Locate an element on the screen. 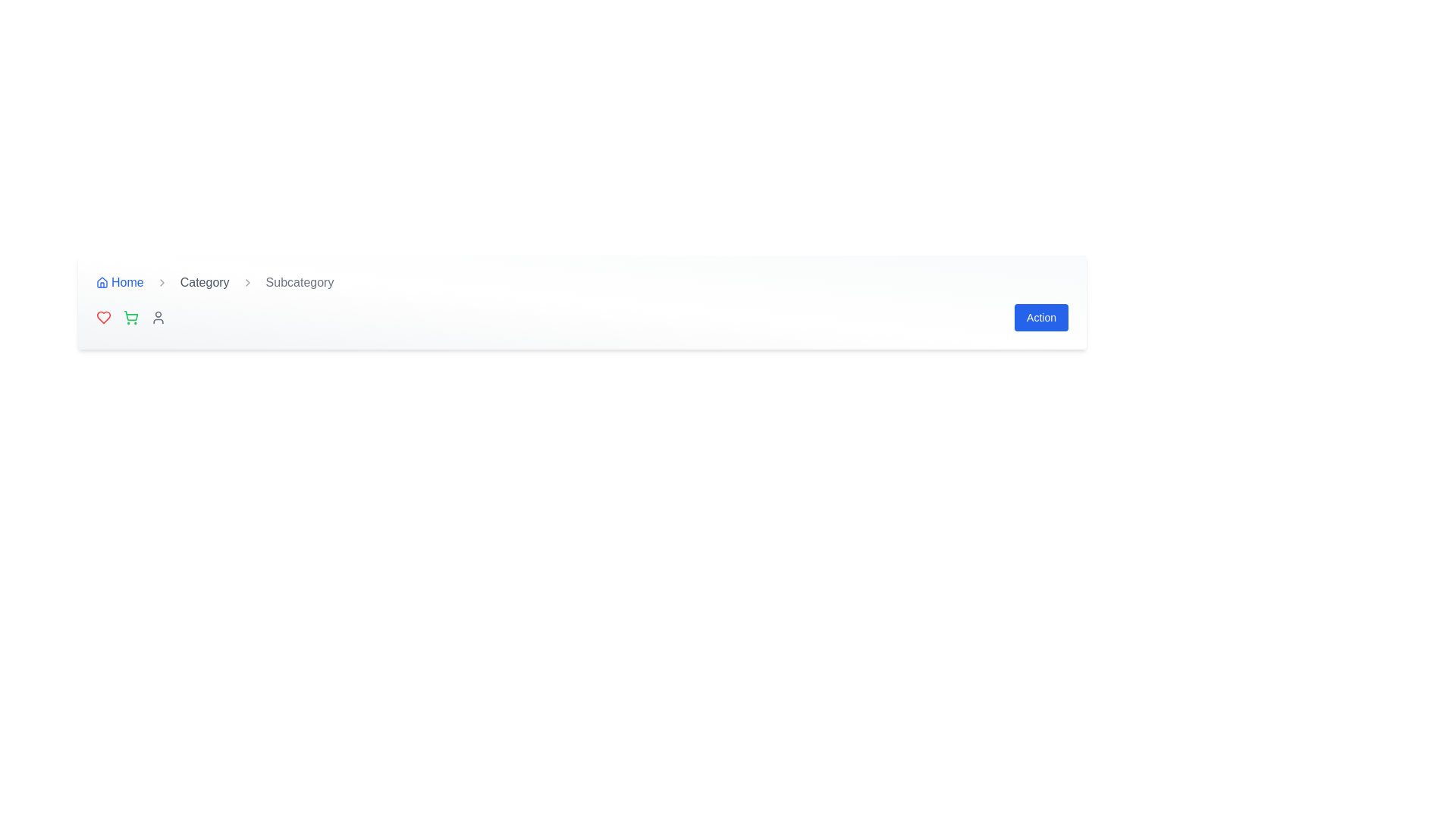 Image resolution: width=1456 pixels, height=819 pixels. the heart icon, which indicates the 'favorites' or 'liked items' section is located at coordinates (103, 317).